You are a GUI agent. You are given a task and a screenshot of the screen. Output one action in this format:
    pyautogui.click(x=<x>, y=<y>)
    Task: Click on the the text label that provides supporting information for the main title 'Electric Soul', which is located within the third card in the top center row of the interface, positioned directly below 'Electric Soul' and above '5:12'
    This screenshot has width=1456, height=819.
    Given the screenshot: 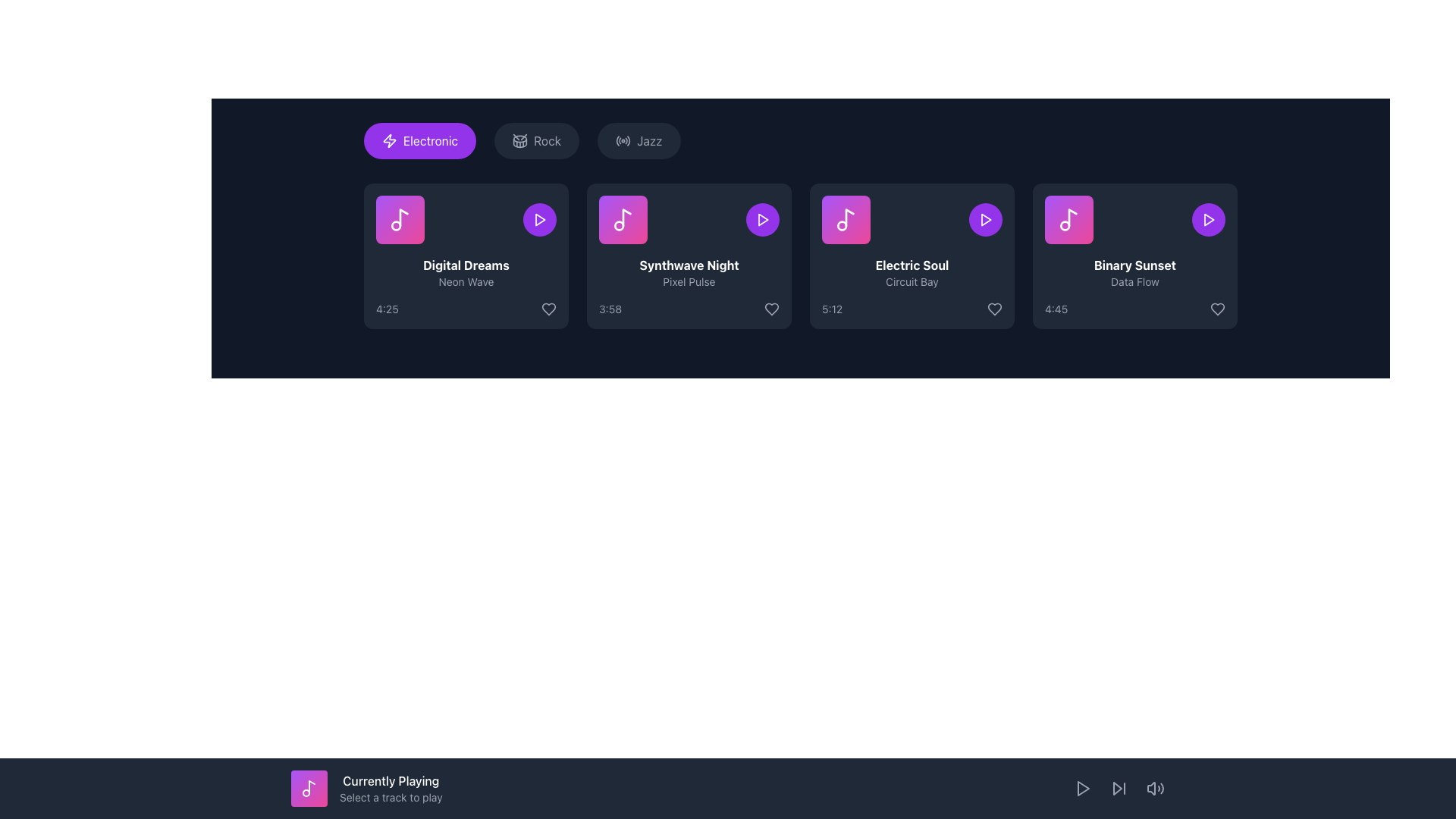 What is the action you would take?
    pyautogui.click(x=912, y=281)
    